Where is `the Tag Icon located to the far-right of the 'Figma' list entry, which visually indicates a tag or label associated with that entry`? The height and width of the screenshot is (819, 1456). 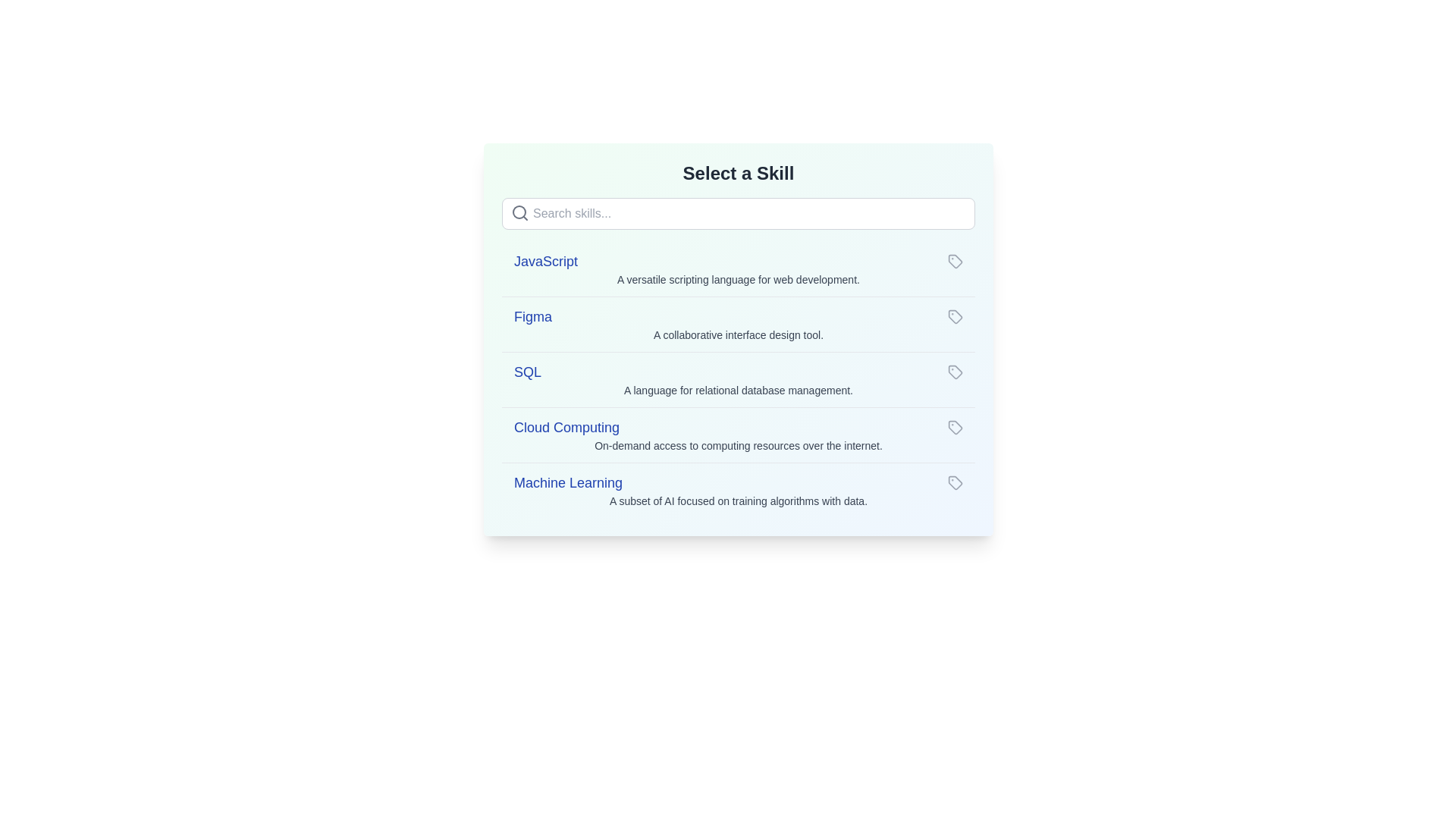 the Tag Icon located to the far-right of the 'Figma' list entry, which visually indicates a tag or label associated with that entry is located at coordinates (954, 315).